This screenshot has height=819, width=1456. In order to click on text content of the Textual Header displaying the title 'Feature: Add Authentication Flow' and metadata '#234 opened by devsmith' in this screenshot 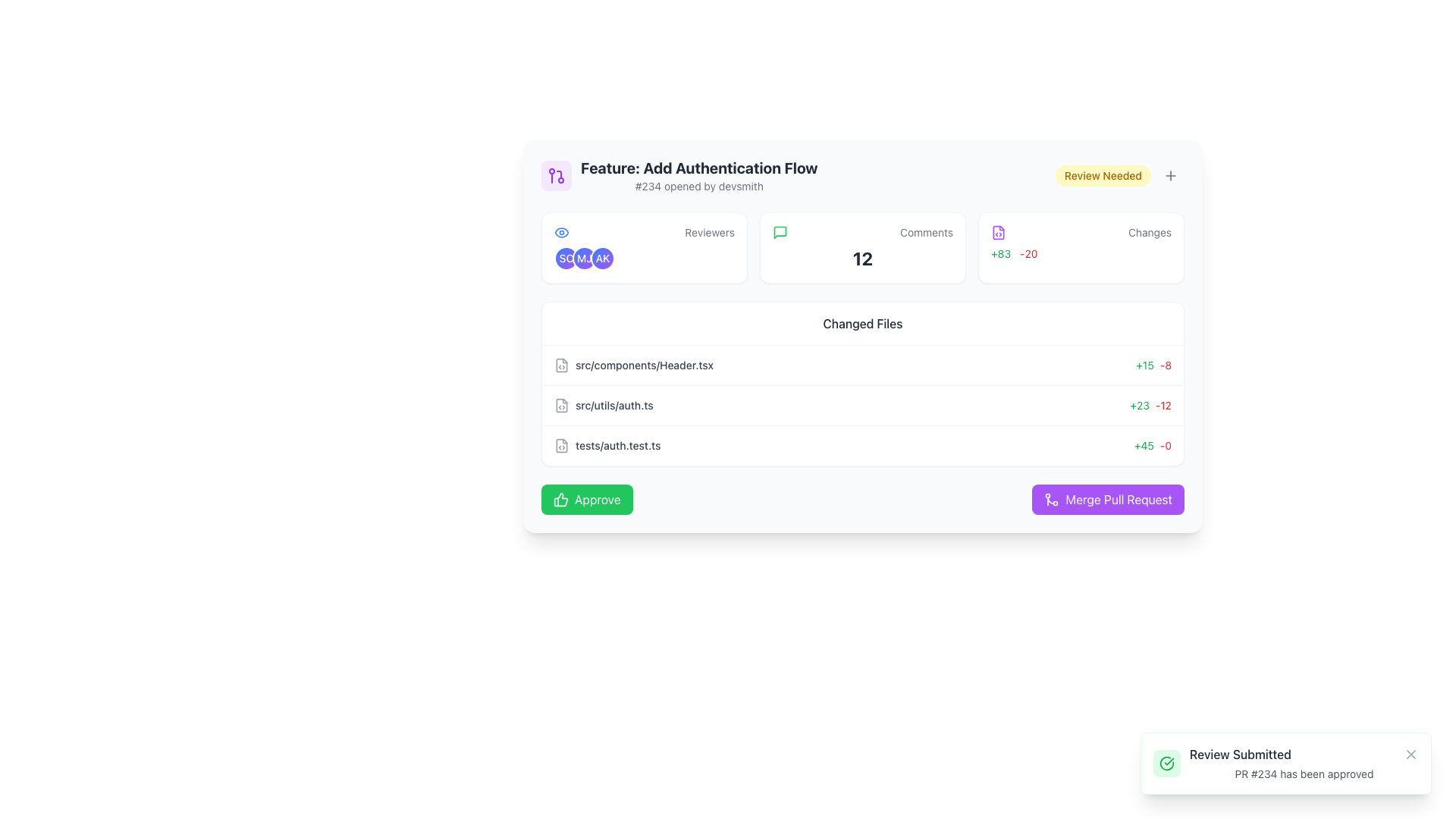, I will do `click(698, 174)`.